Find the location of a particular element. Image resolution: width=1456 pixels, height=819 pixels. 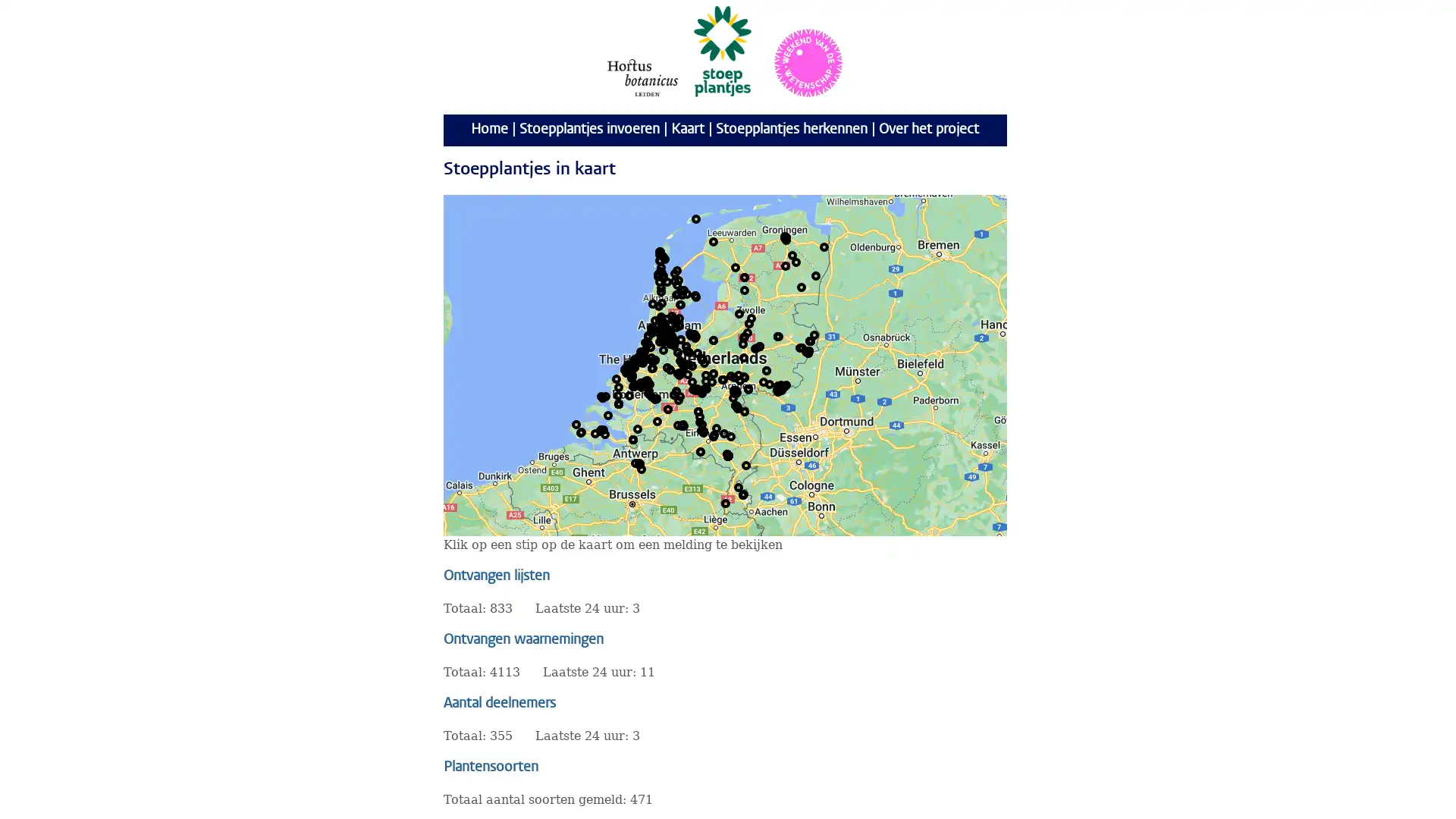

Telling van Marcel Meijer Hof op 06 februari 2022 is located at coordinates (807, 351).